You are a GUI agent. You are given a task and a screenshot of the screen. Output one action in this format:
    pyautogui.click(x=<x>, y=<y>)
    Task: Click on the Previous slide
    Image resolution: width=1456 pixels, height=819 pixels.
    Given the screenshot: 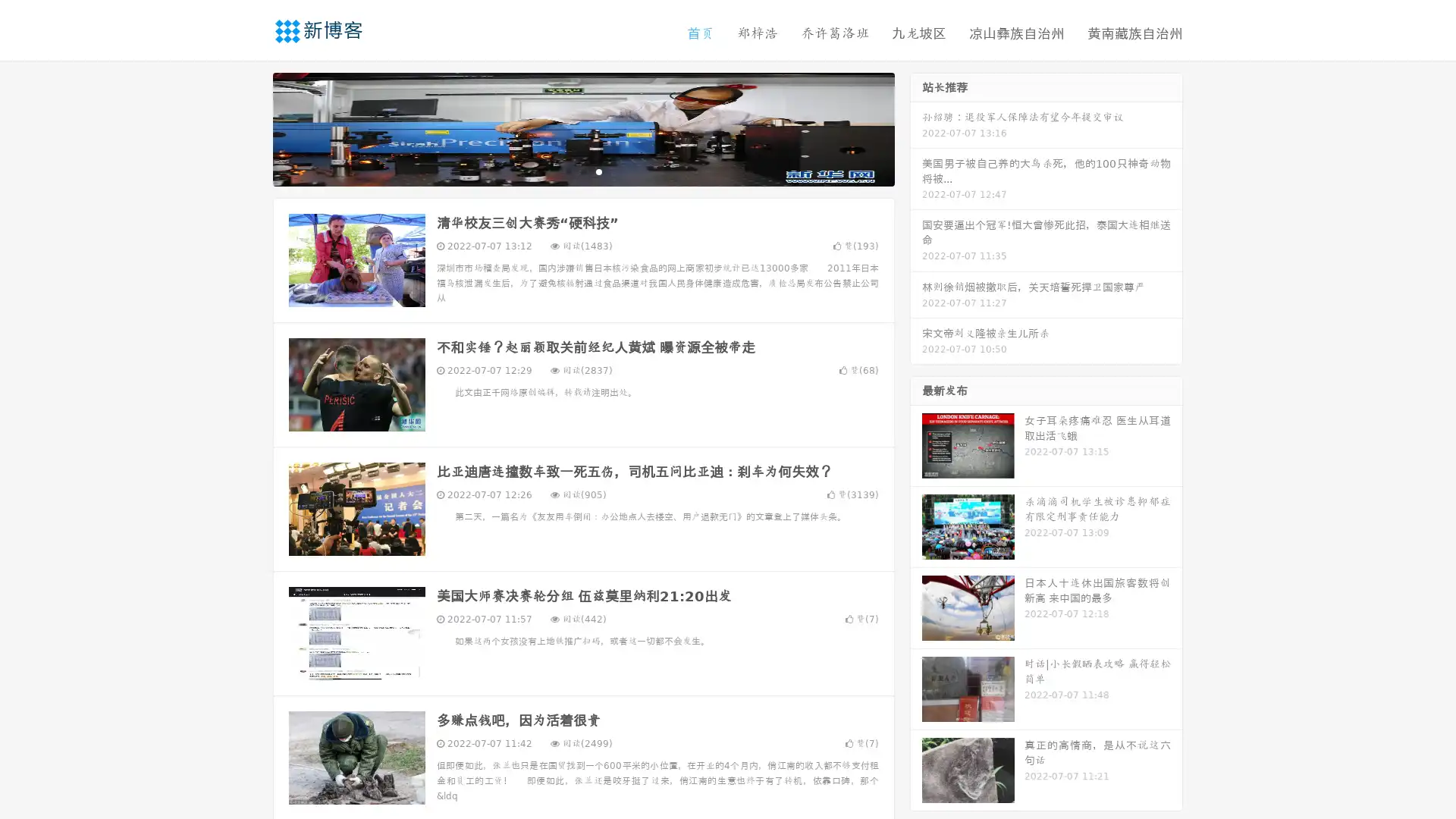 What is the action you would take?
    pyautogui.click(x=250, y=127)
    